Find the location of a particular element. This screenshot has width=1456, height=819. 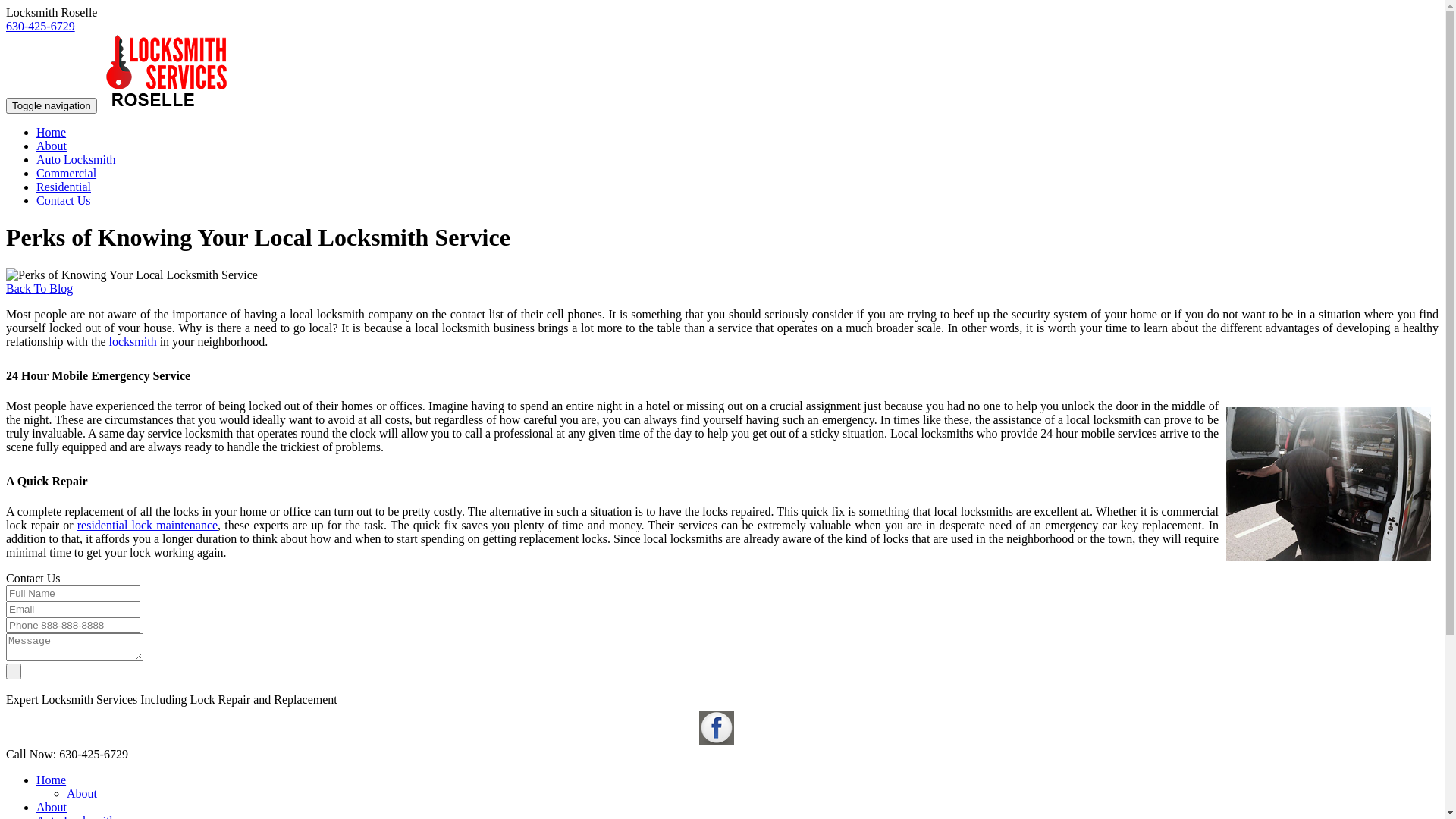

'Home' is located at coordinates (51, 131).